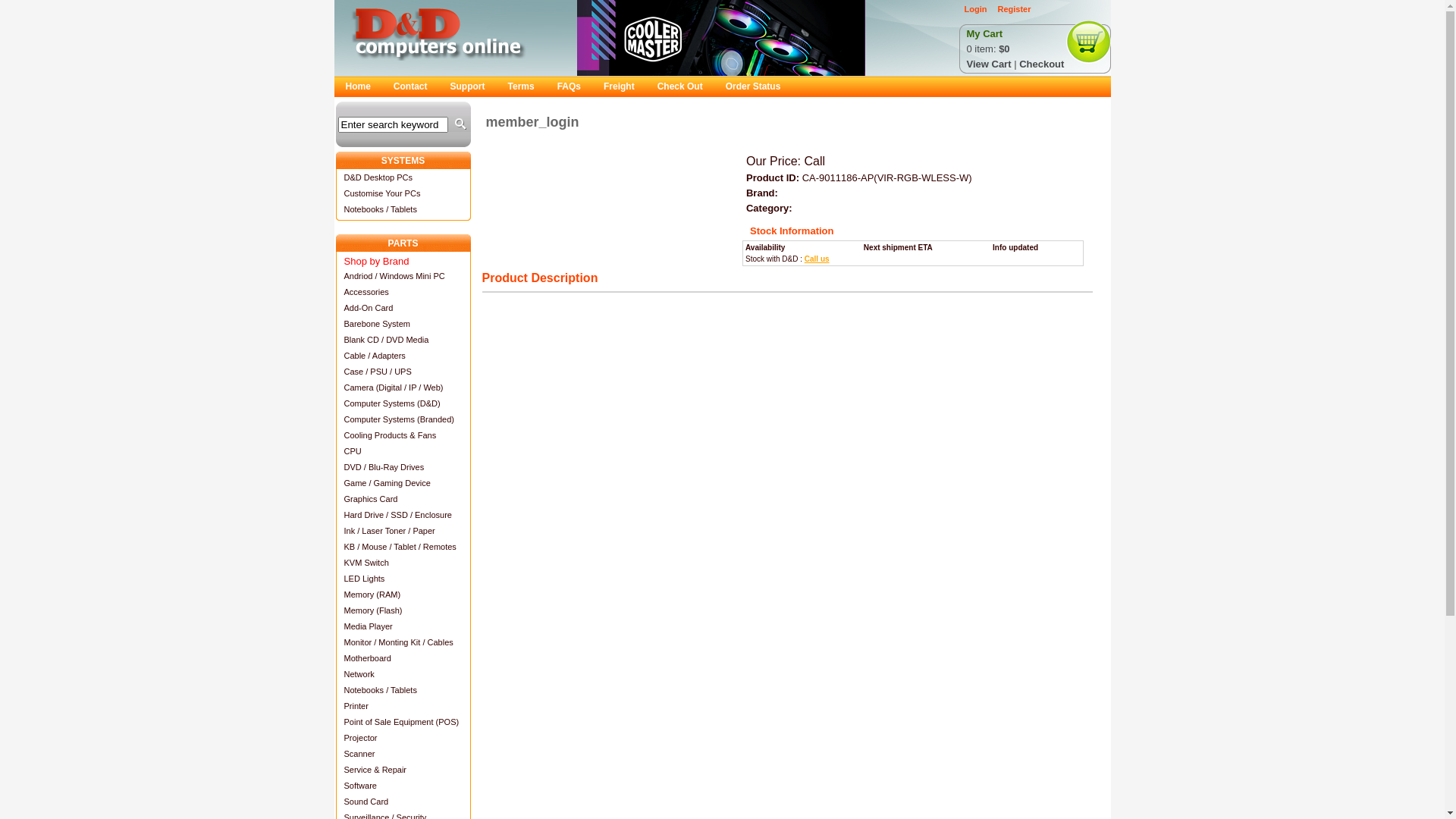  I want to click on 'Contact', so click(410, 86).